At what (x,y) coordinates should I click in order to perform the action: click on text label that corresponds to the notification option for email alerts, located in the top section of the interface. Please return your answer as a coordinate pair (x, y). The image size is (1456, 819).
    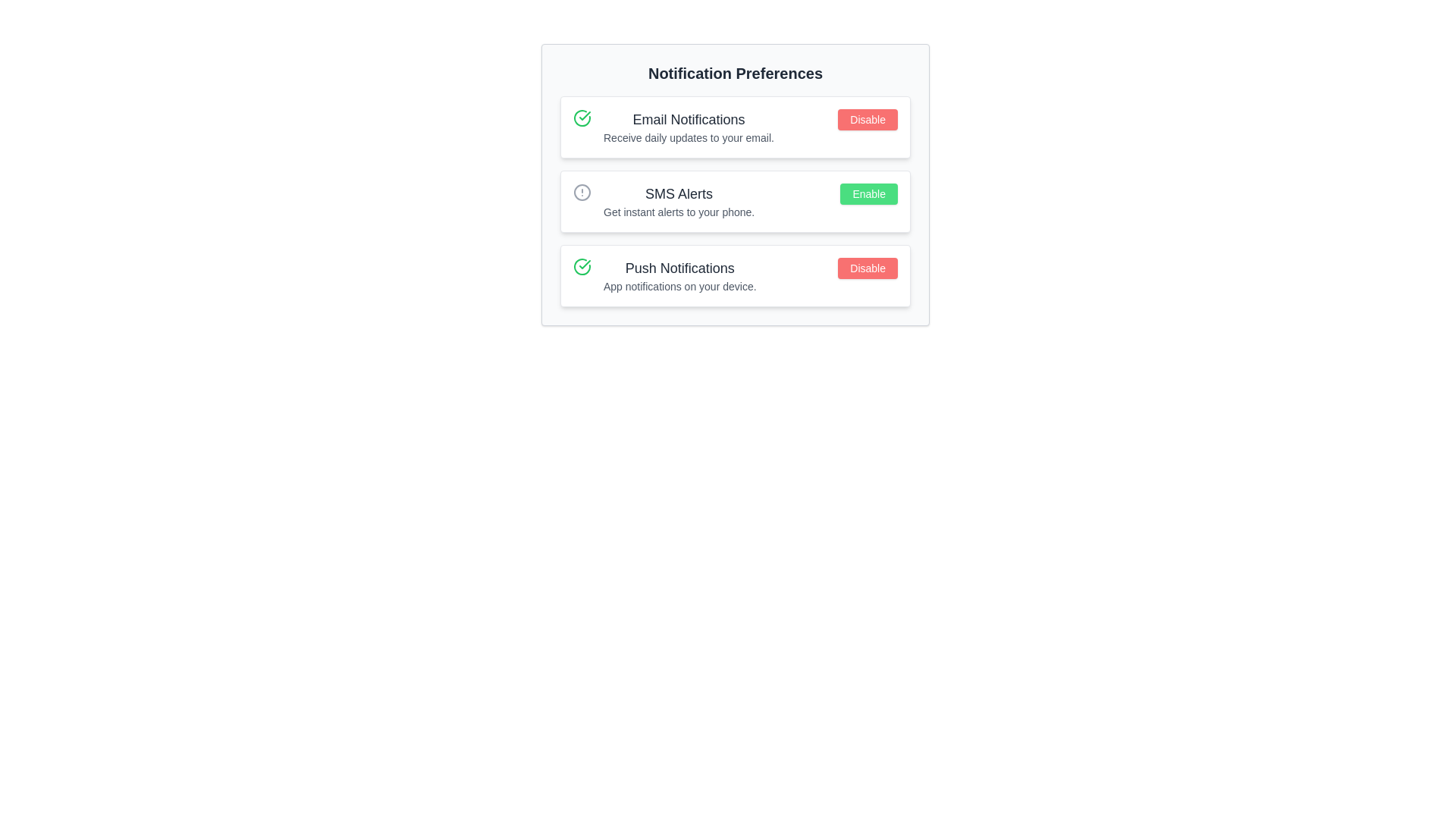
    Looking at the image, I should click on (688, 119).